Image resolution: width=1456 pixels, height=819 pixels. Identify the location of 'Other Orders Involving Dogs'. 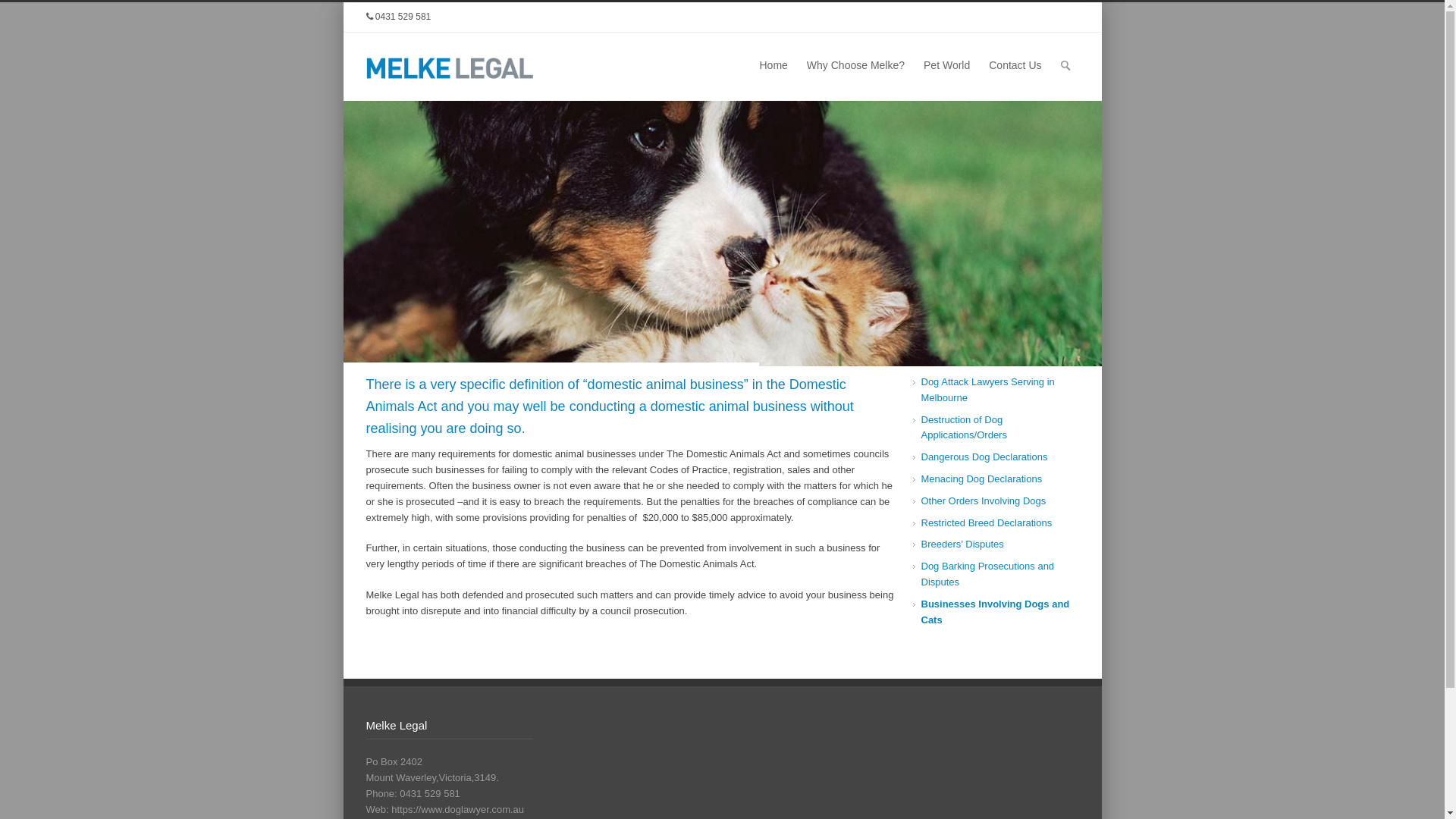
(983, 500).